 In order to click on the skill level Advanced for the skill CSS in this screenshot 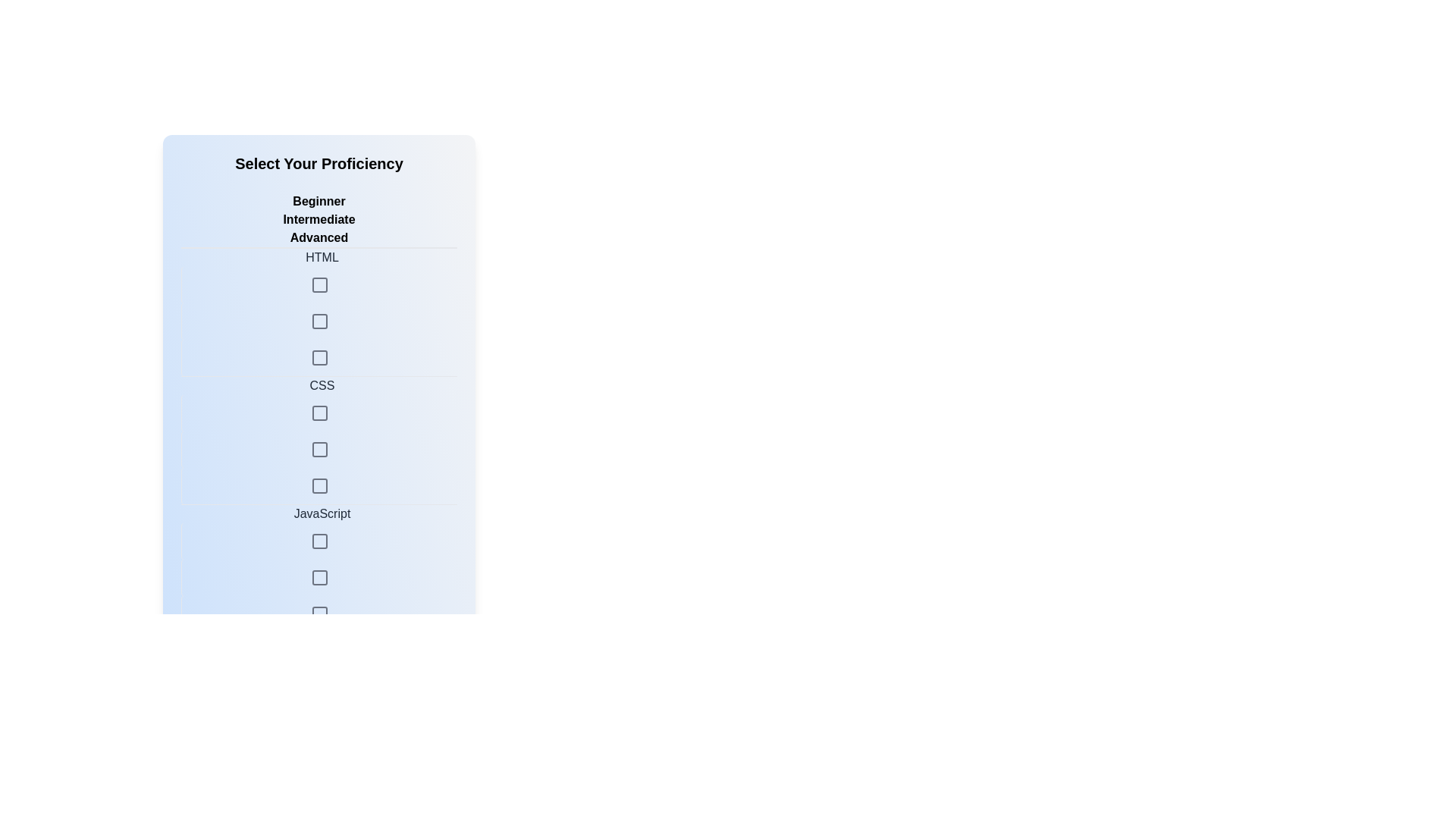, I will do `click(318, 450)`.